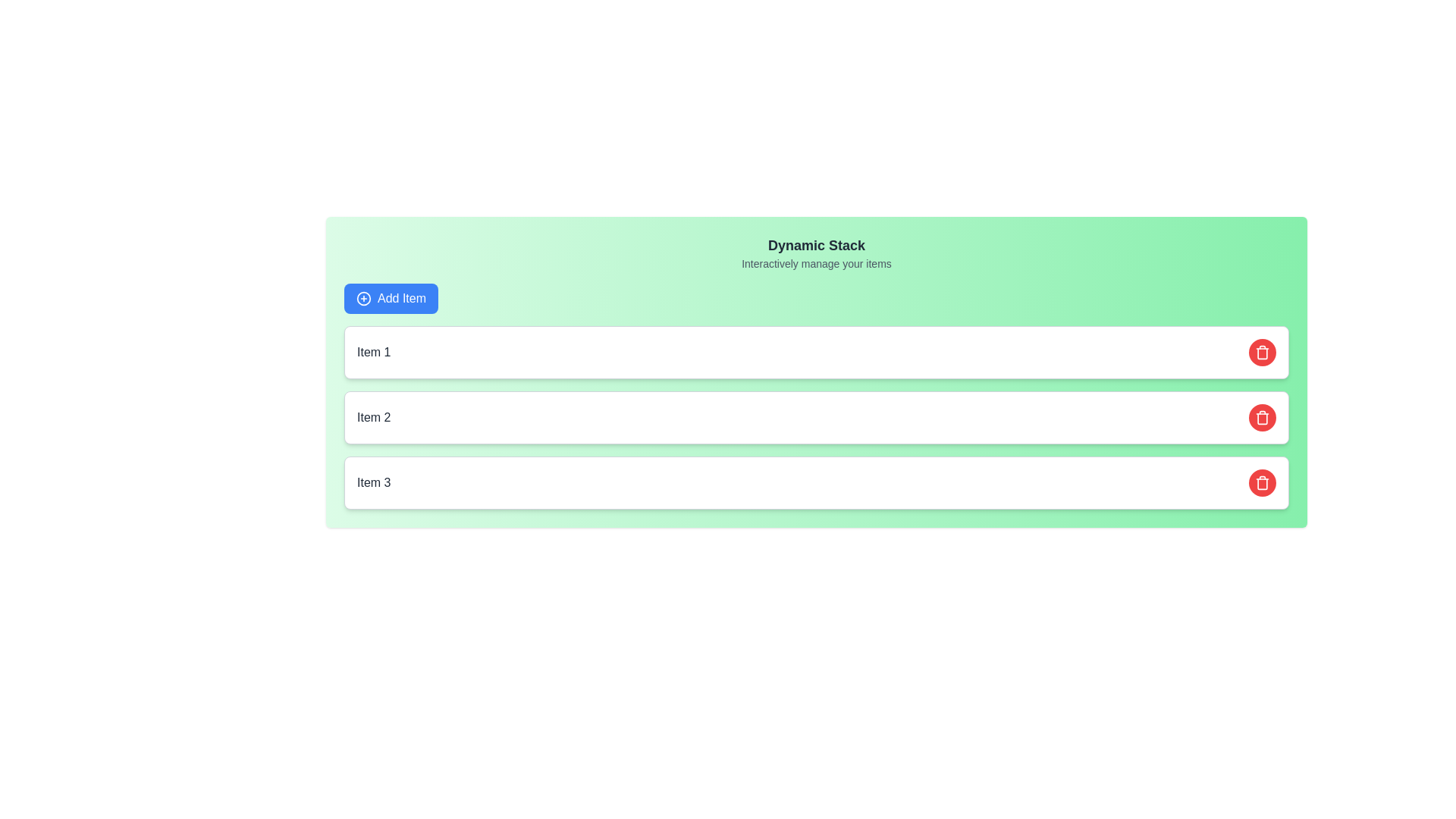  What do you see at coordinates (1263, 418) in the screenshot?
I see `the red-colored trash icon within the delete button of the second list item` at bounding box center [1263, 418].